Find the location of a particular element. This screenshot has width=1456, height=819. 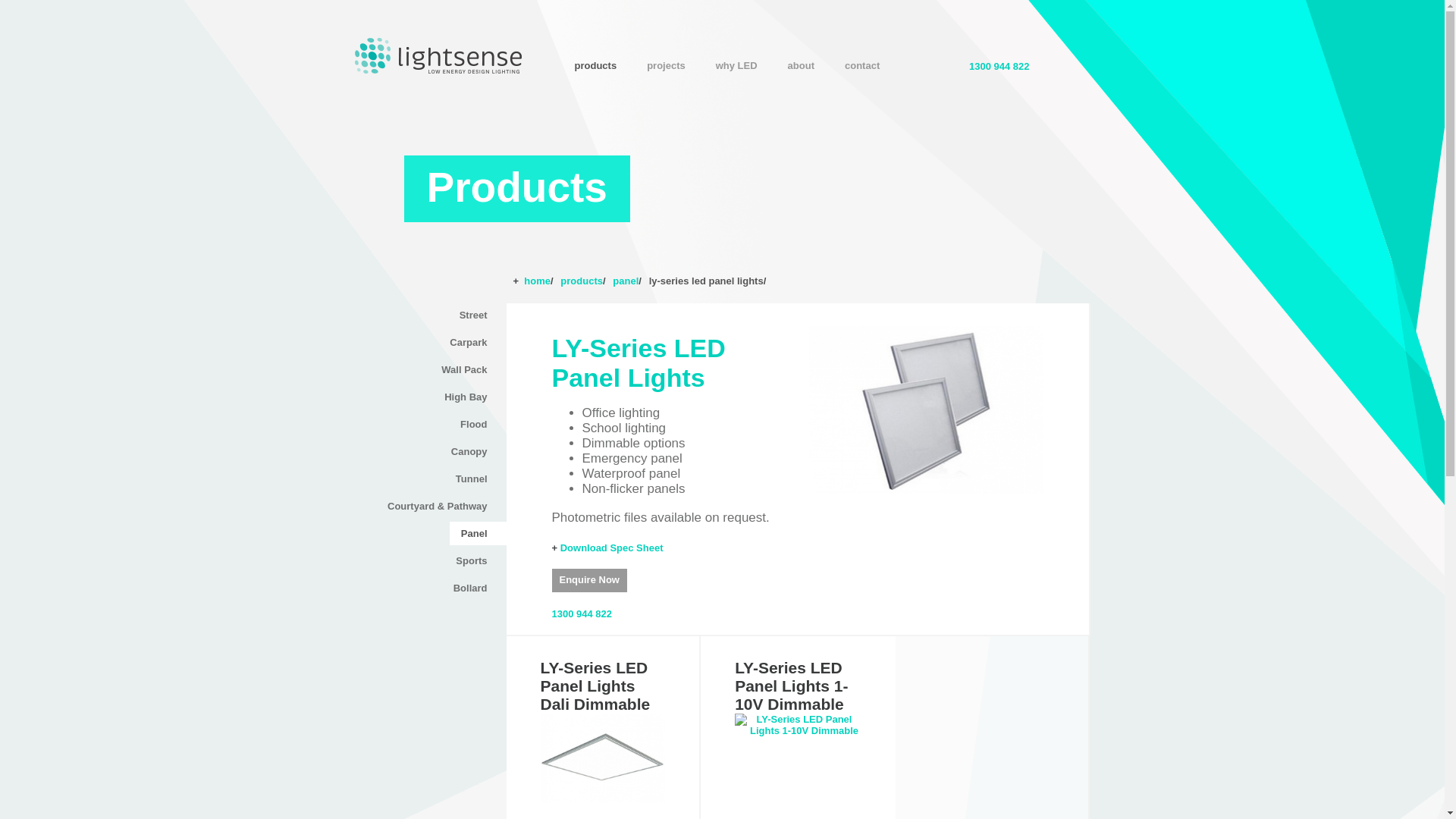

'+  home/' is located at coordinates (532, 281).